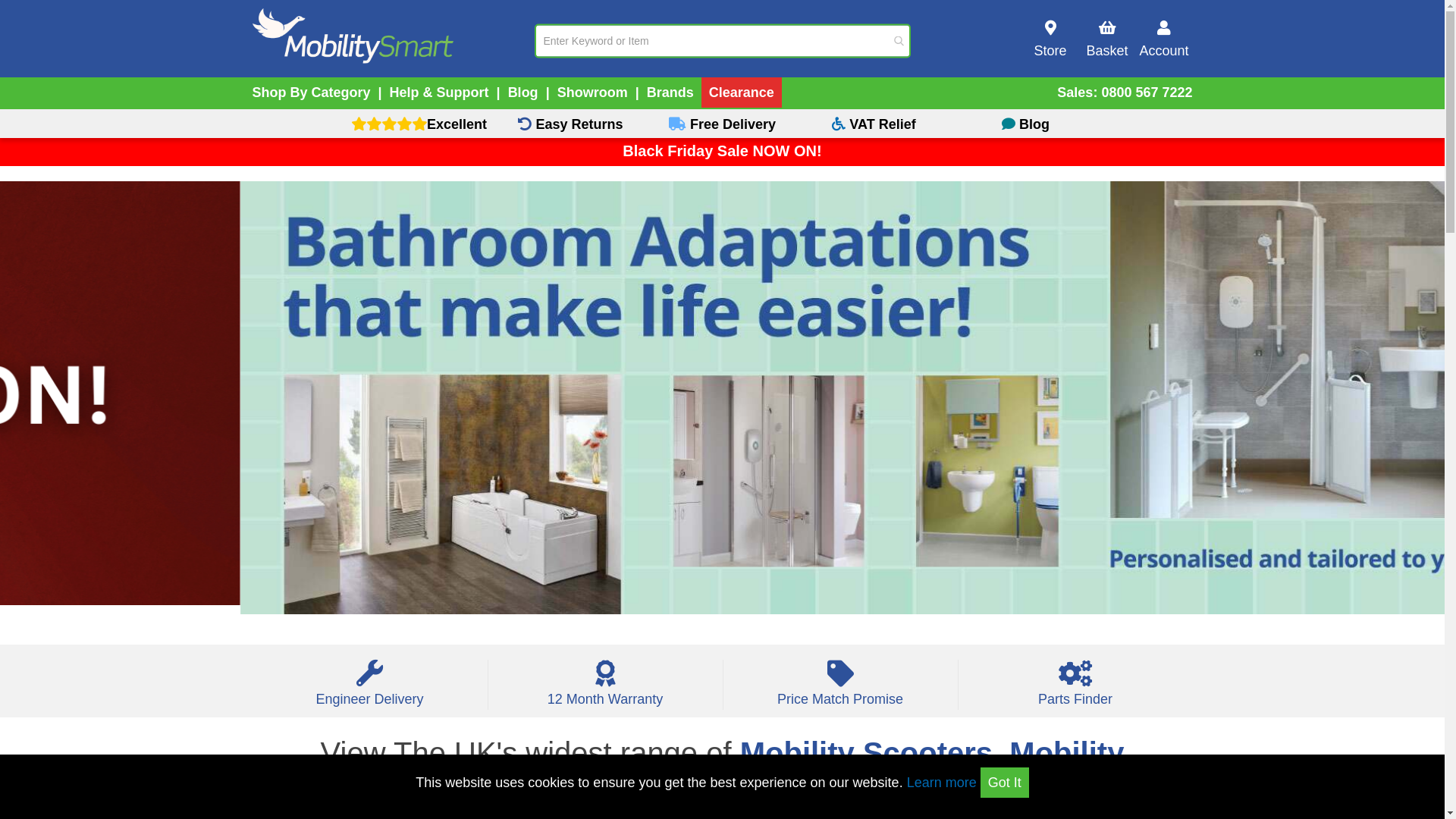  I want to click on 'Blog', so click(1025, 123).